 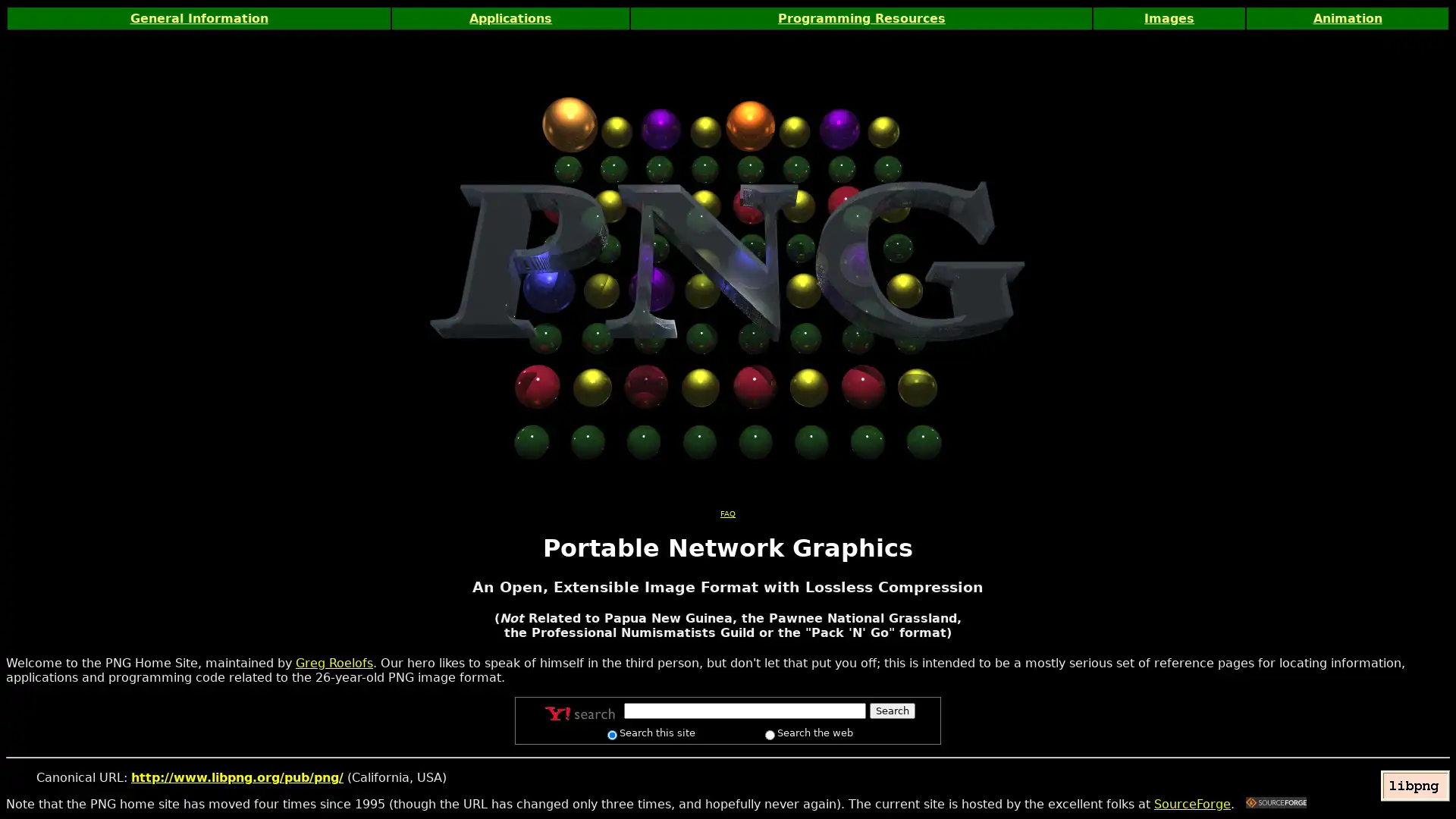 What do you see at coordinates (892, 711) in the screenshot?
I see `Search` at bounding box center [892, 711].